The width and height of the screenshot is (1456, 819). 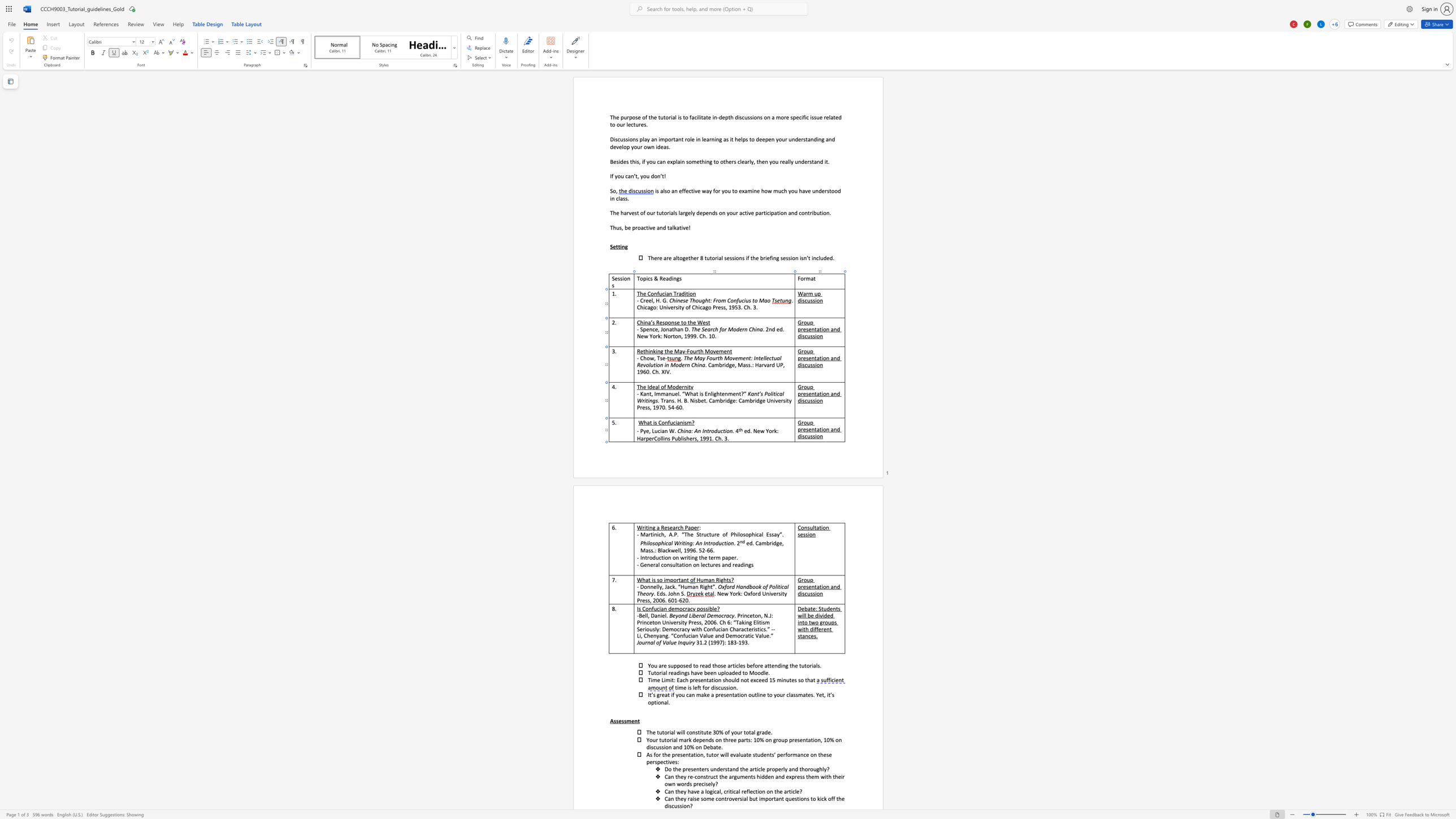 I want to click on the space between the continuous character "e" and "," in the text, so click(x=648, y=431).